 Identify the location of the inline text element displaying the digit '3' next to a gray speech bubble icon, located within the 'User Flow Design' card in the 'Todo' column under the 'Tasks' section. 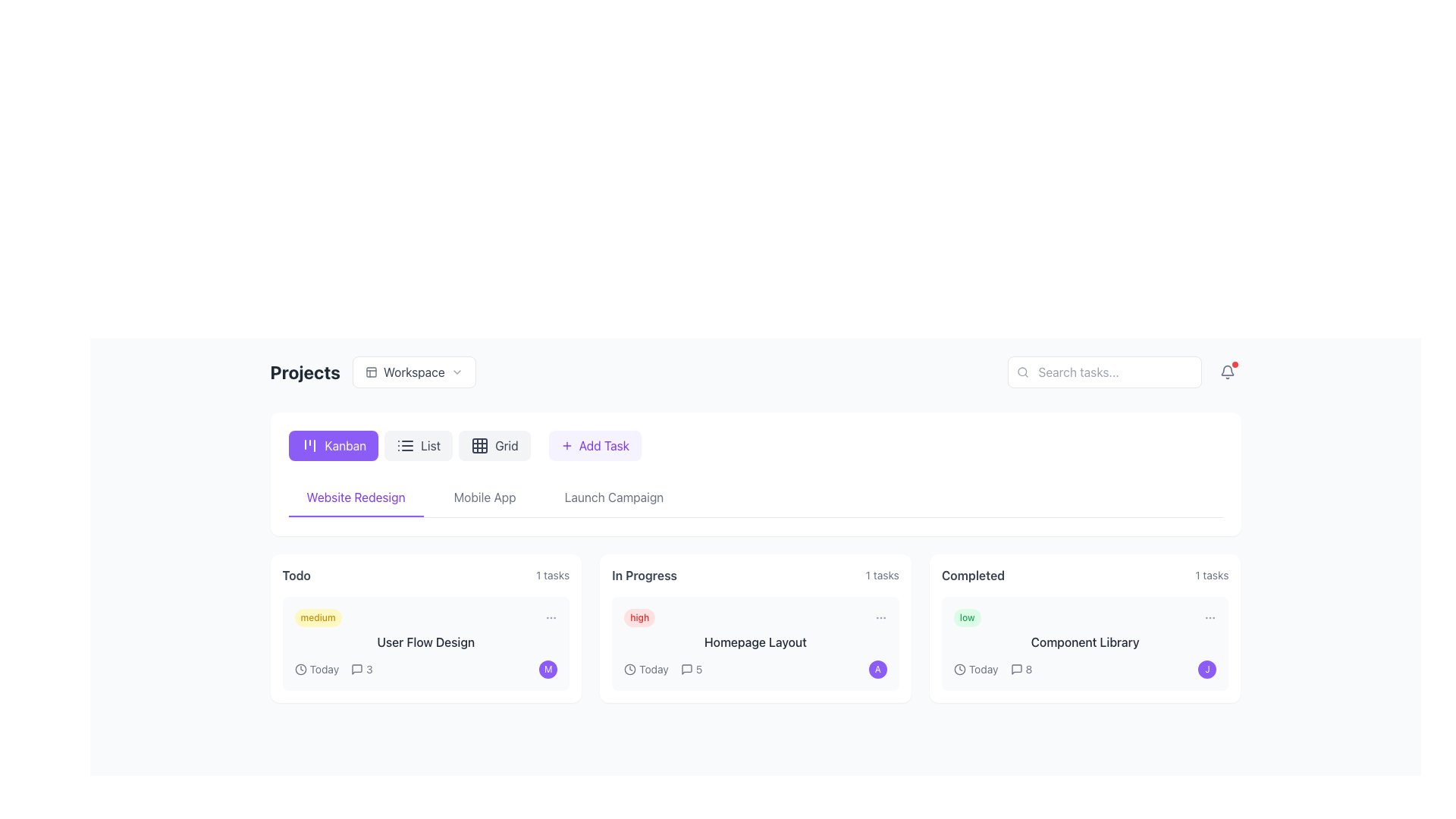
(361, 669).